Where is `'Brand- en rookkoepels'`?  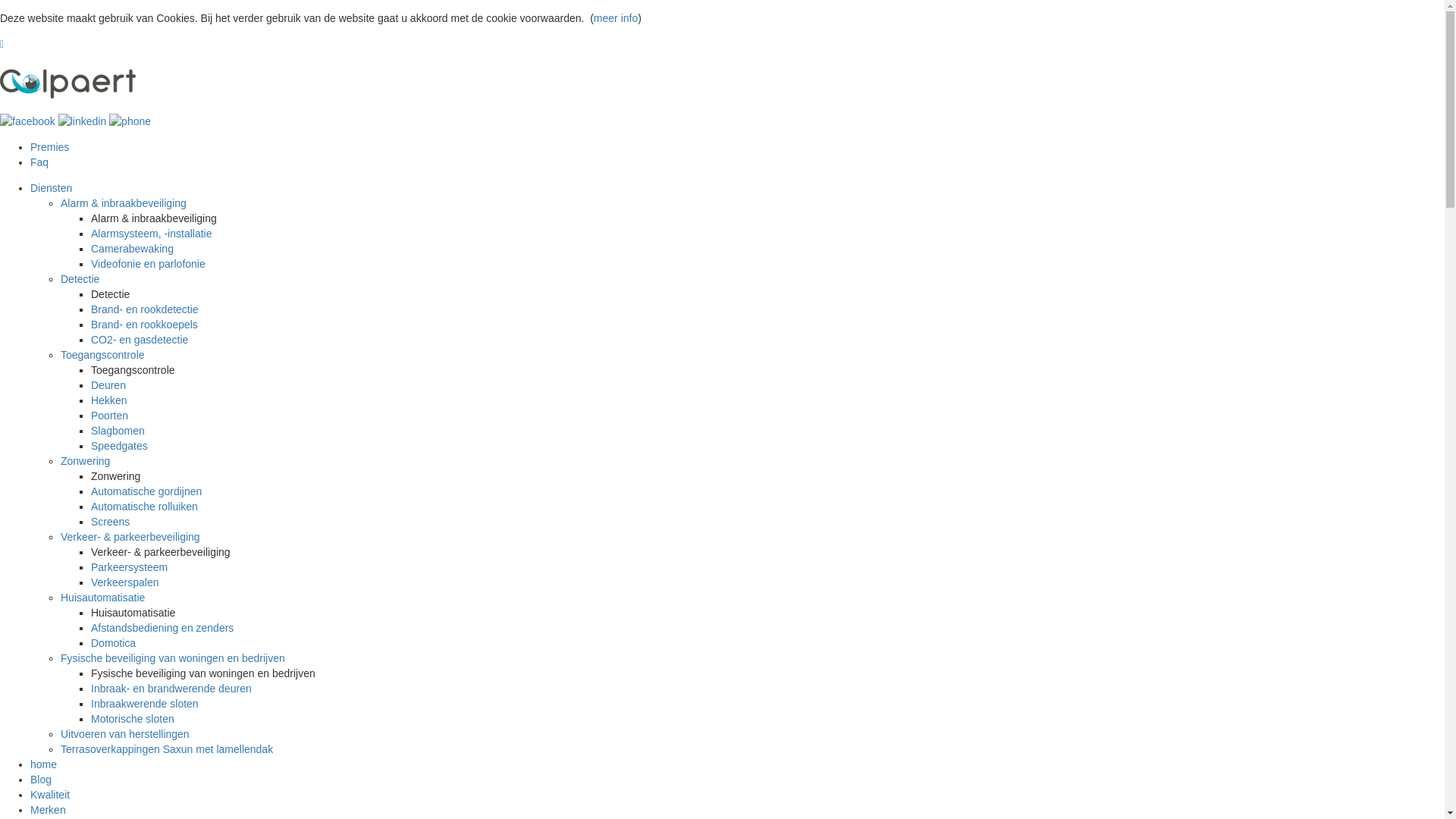
'Brand- en rookkoepels' is located at coordinates (144, 324).